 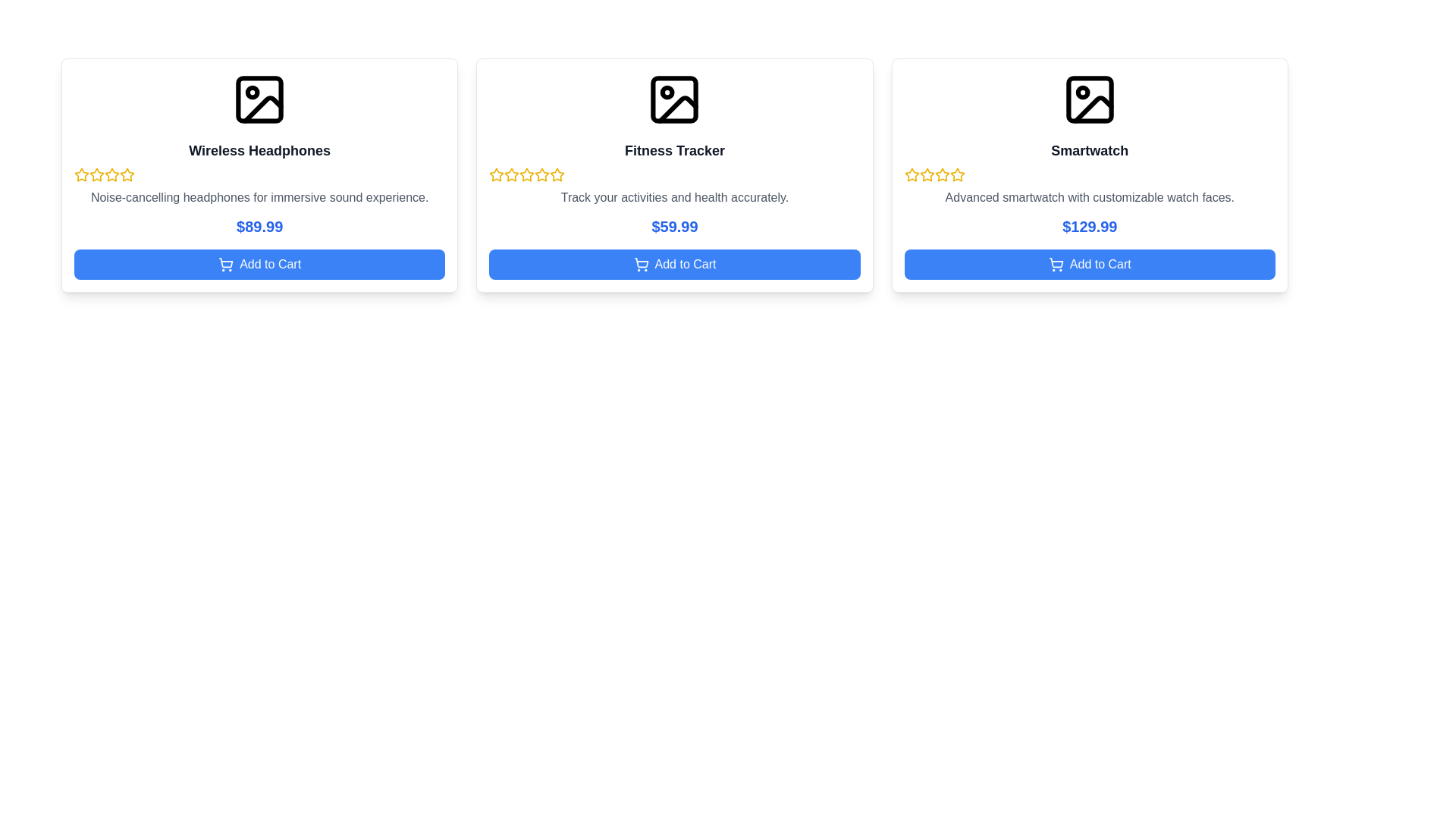 I want to click on the image placeholder or icon located in the 'Smartwatch' card, positioned at the top center above the 'Smartwatch' text and rating stars, so click(x=1089, y=99).